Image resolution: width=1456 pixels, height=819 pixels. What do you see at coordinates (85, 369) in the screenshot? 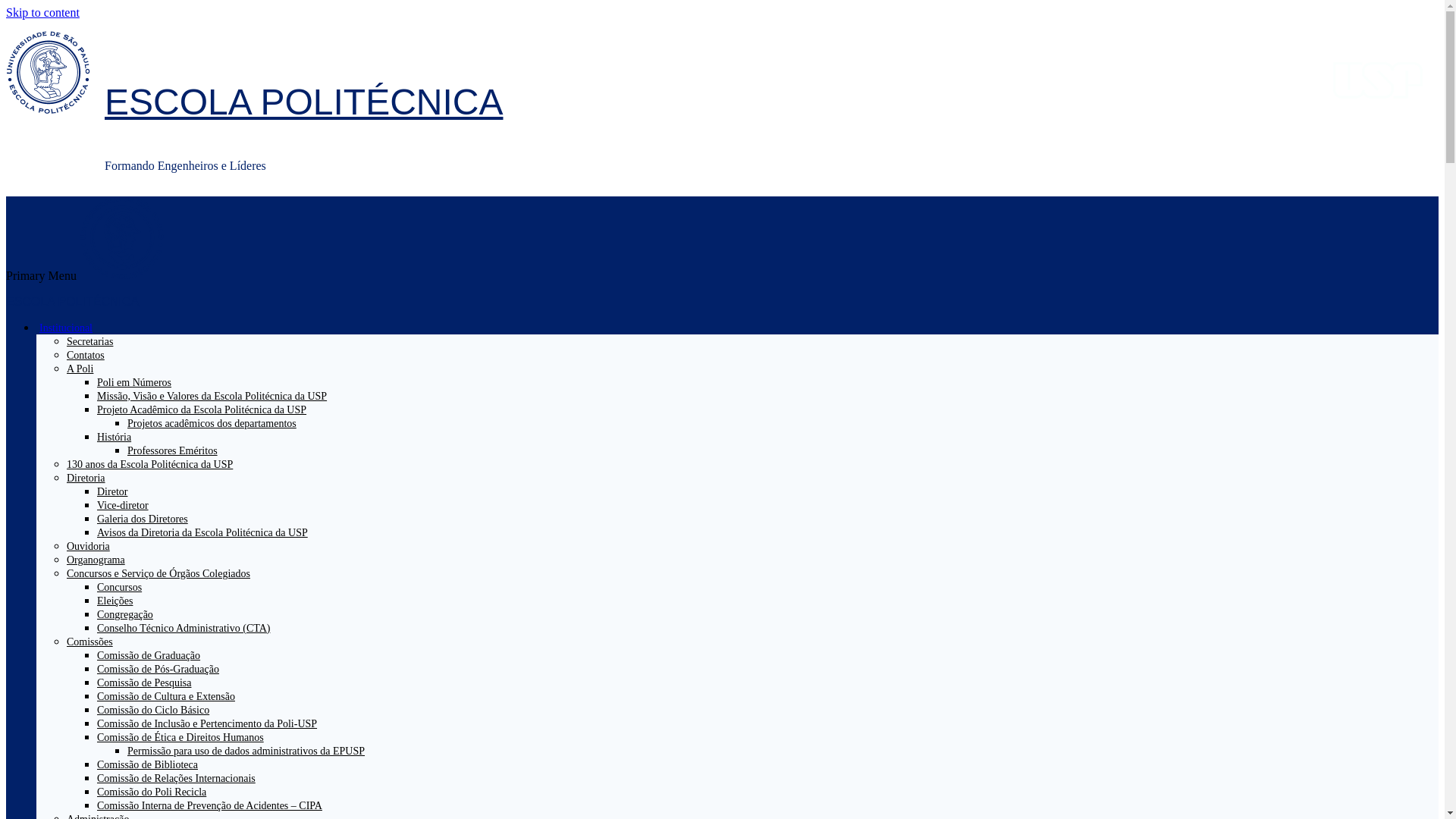
I see `'A Poli'` at bounding box center [85, 369].